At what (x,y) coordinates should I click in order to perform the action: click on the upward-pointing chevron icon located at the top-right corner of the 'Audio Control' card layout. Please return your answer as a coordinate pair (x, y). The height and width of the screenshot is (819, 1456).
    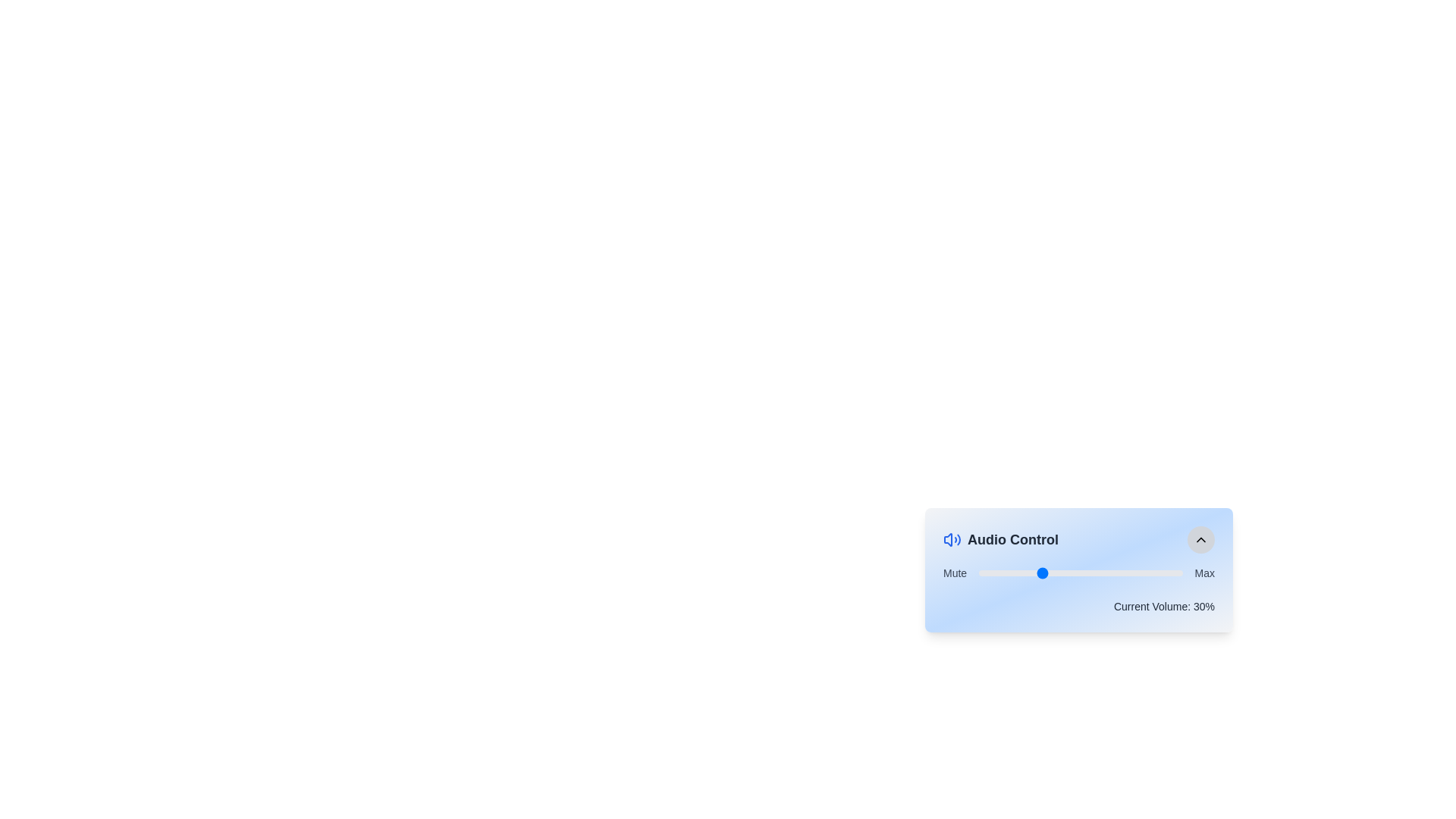
    Looking at the image, I should click on (1200, 539).